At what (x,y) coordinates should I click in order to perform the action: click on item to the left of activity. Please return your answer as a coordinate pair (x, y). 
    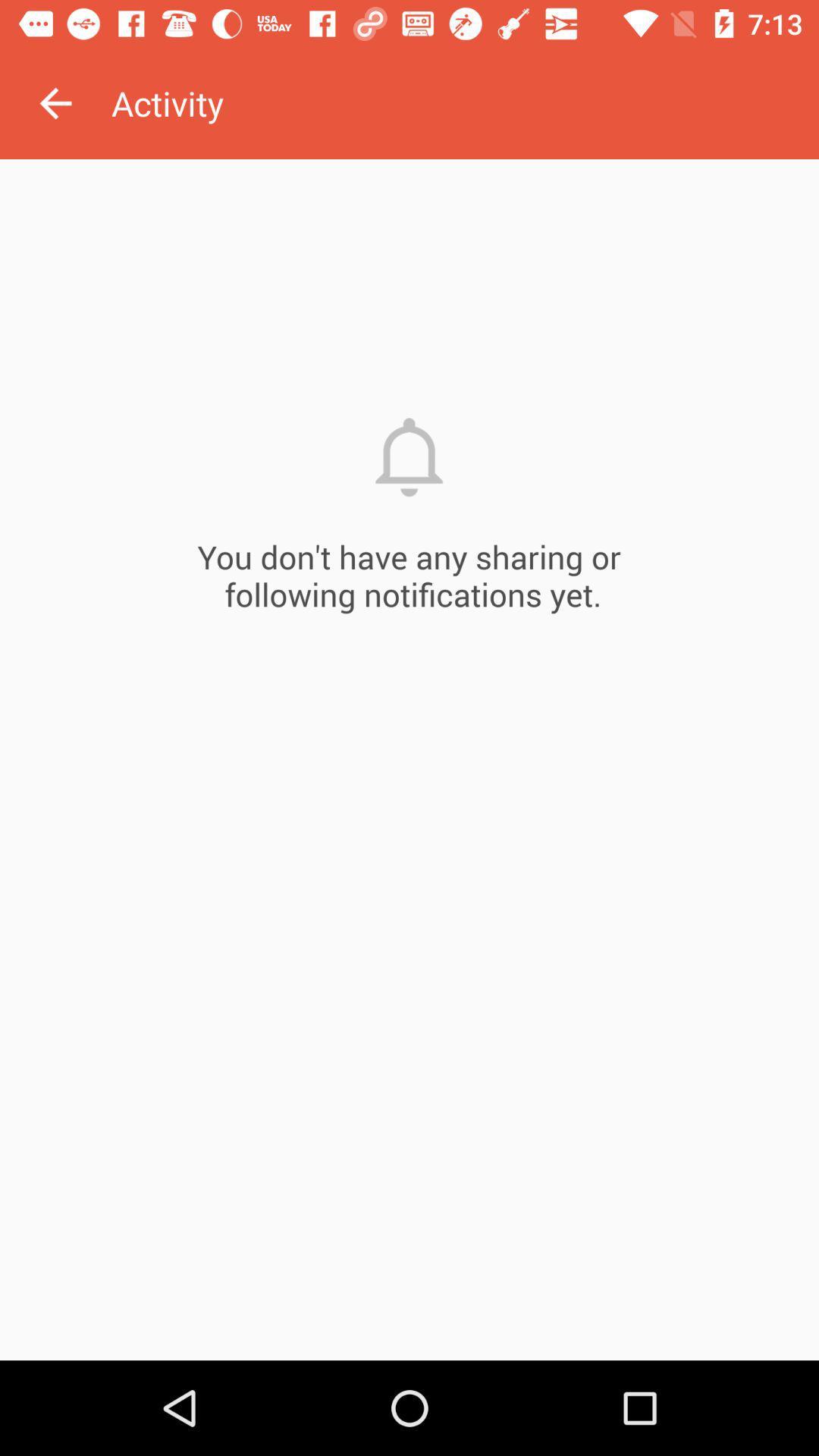
    Looking at the image, I should click on (55, 102).